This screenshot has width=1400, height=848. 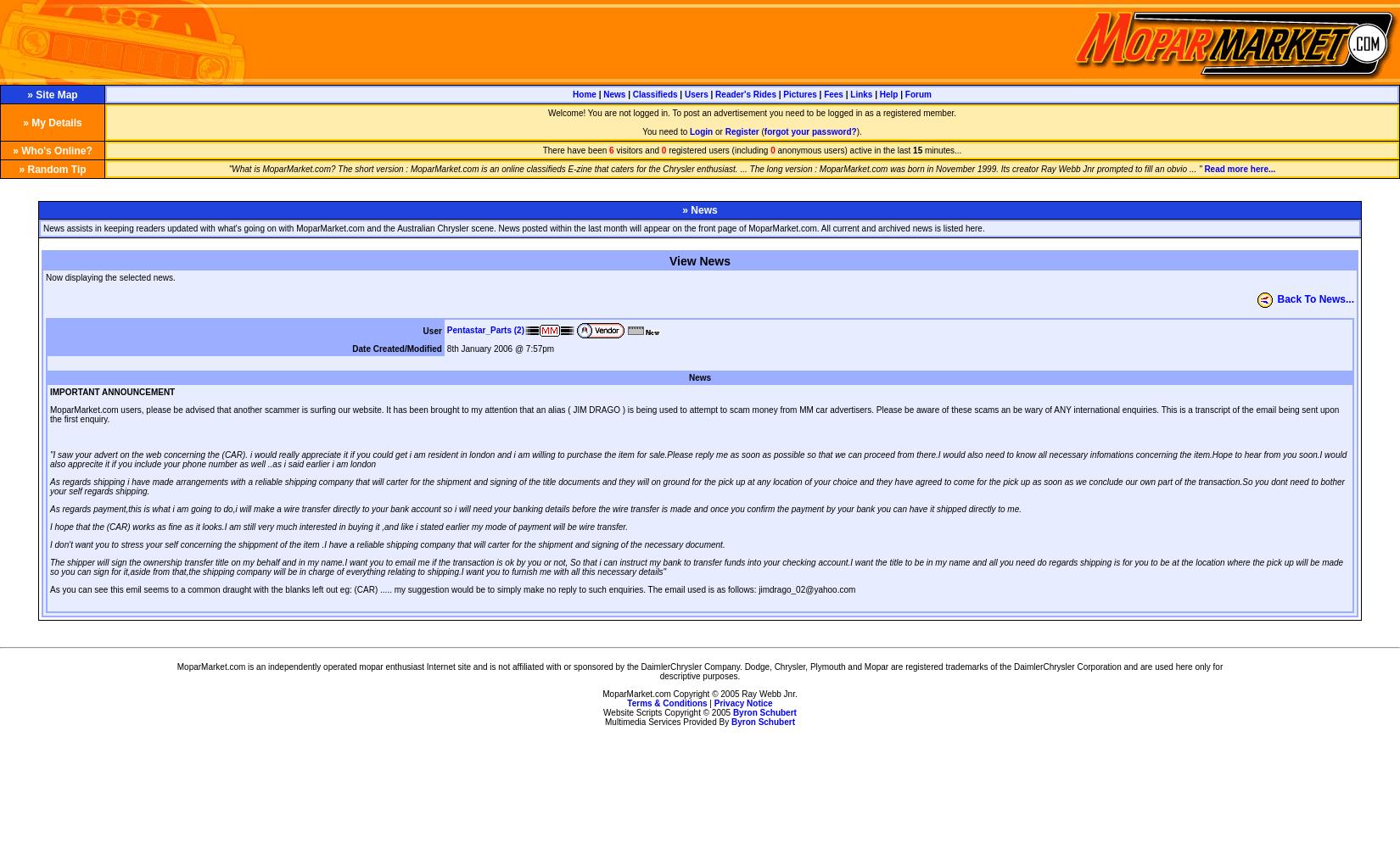 What do you see at coordinates (799, 93) in the screenshot?
I see `'Pictures'` at bounding box center [799, 93].